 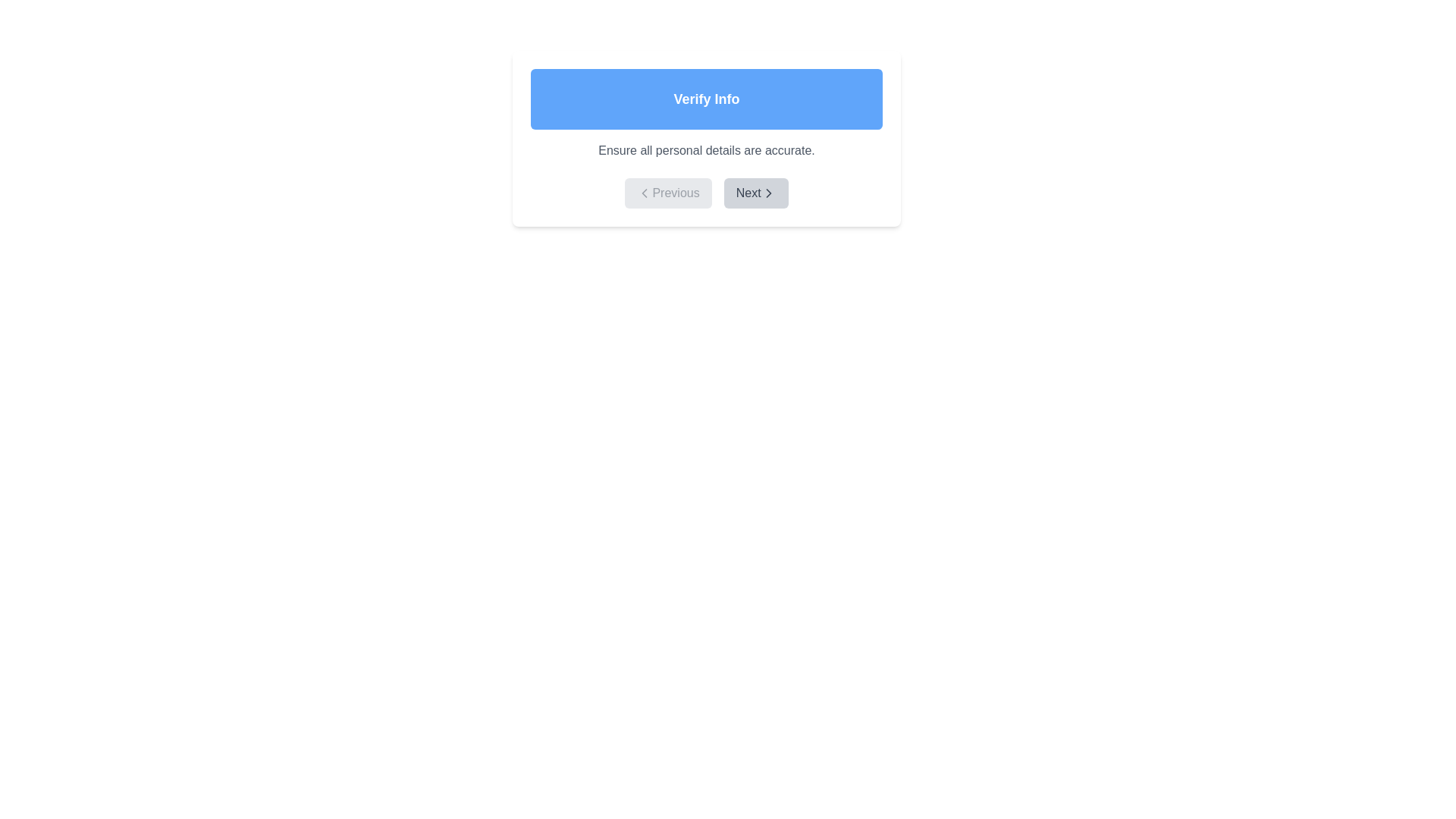 What do you see at coordinates (645, 192) in the screenshot?
I see `the 'Previous' button located below the 'Verify Info' heading` at bounding box center [645, 192].